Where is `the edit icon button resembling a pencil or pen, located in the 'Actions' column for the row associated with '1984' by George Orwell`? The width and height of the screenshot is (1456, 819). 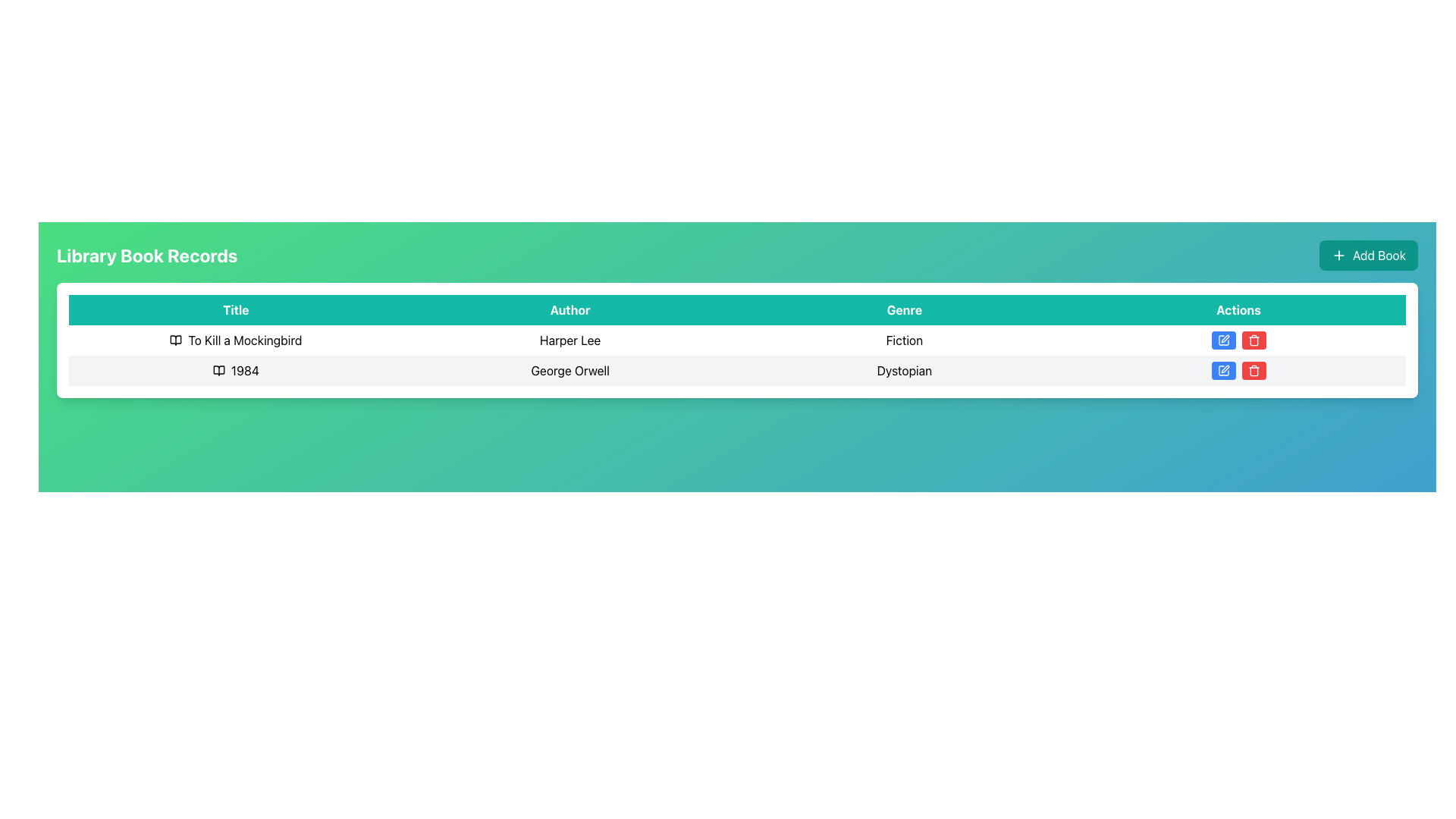
the edit icon button resembling a pencil or pen, located in the 'Actions' column for the row associated with '1984' by George Orwell is located at coordinates (1223, 371).